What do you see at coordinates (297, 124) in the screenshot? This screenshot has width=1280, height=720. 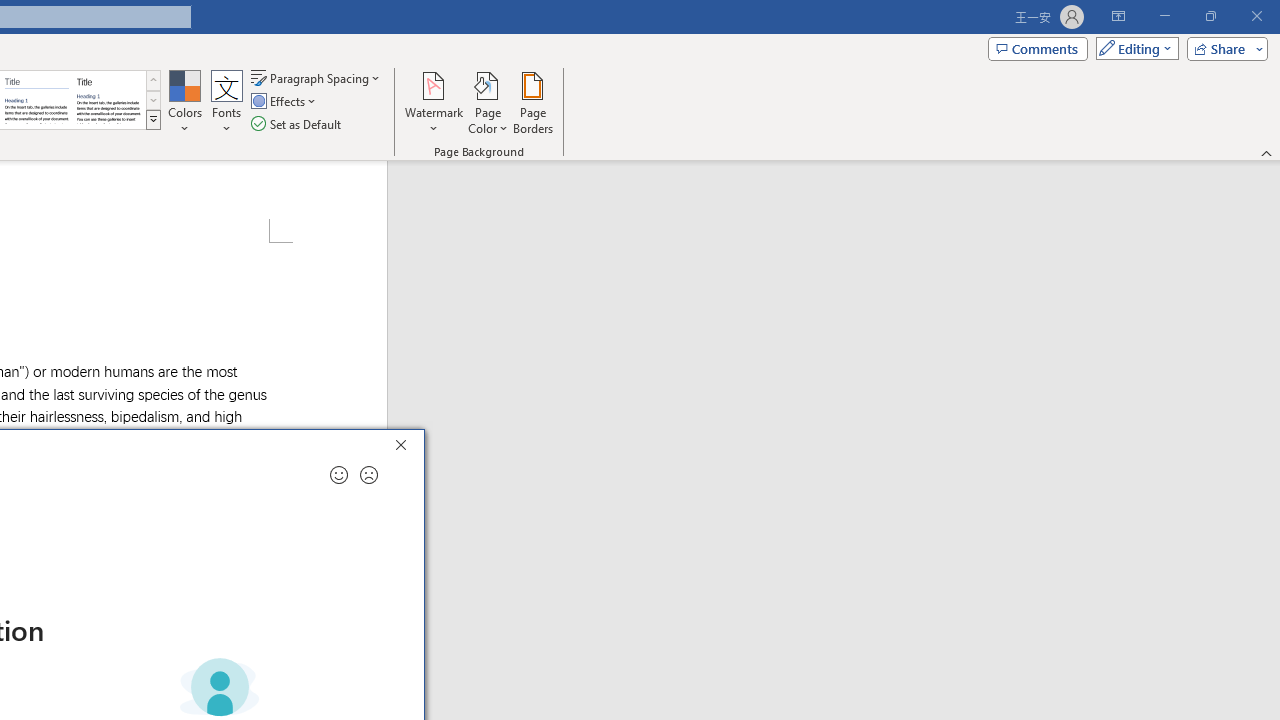 I see `'Set as Default'` at bounding box center [297, 124].